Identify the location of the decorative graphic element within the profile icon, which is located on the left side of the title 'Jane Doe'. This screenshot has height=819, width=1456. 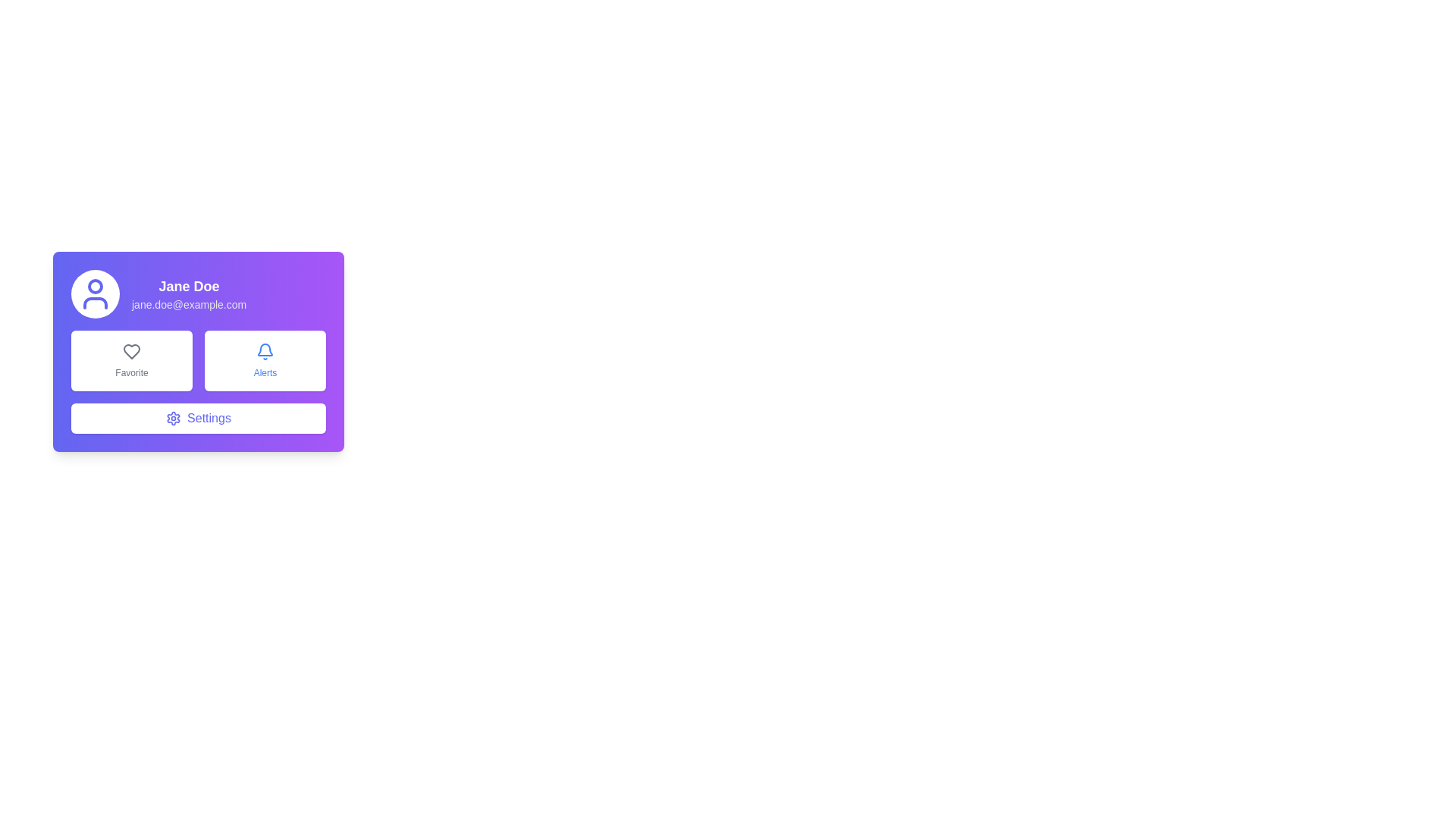
(94, 287).